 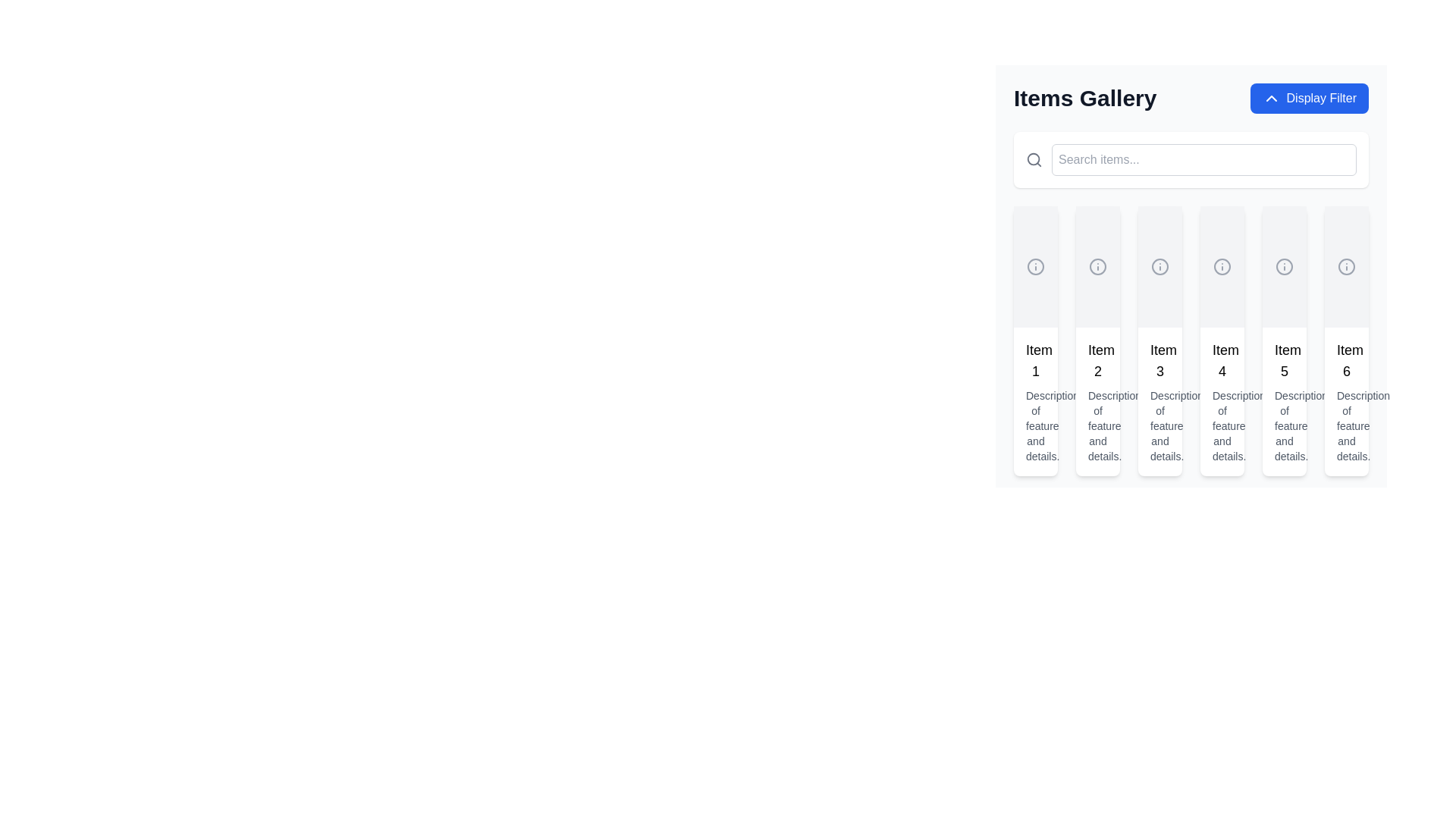 What do you see at coordinates (1284, 265) in the screenshot?
I see `the informational icon located in the upper section of the tile labeled 'Item 5'` at bounding box center [1284, 265].